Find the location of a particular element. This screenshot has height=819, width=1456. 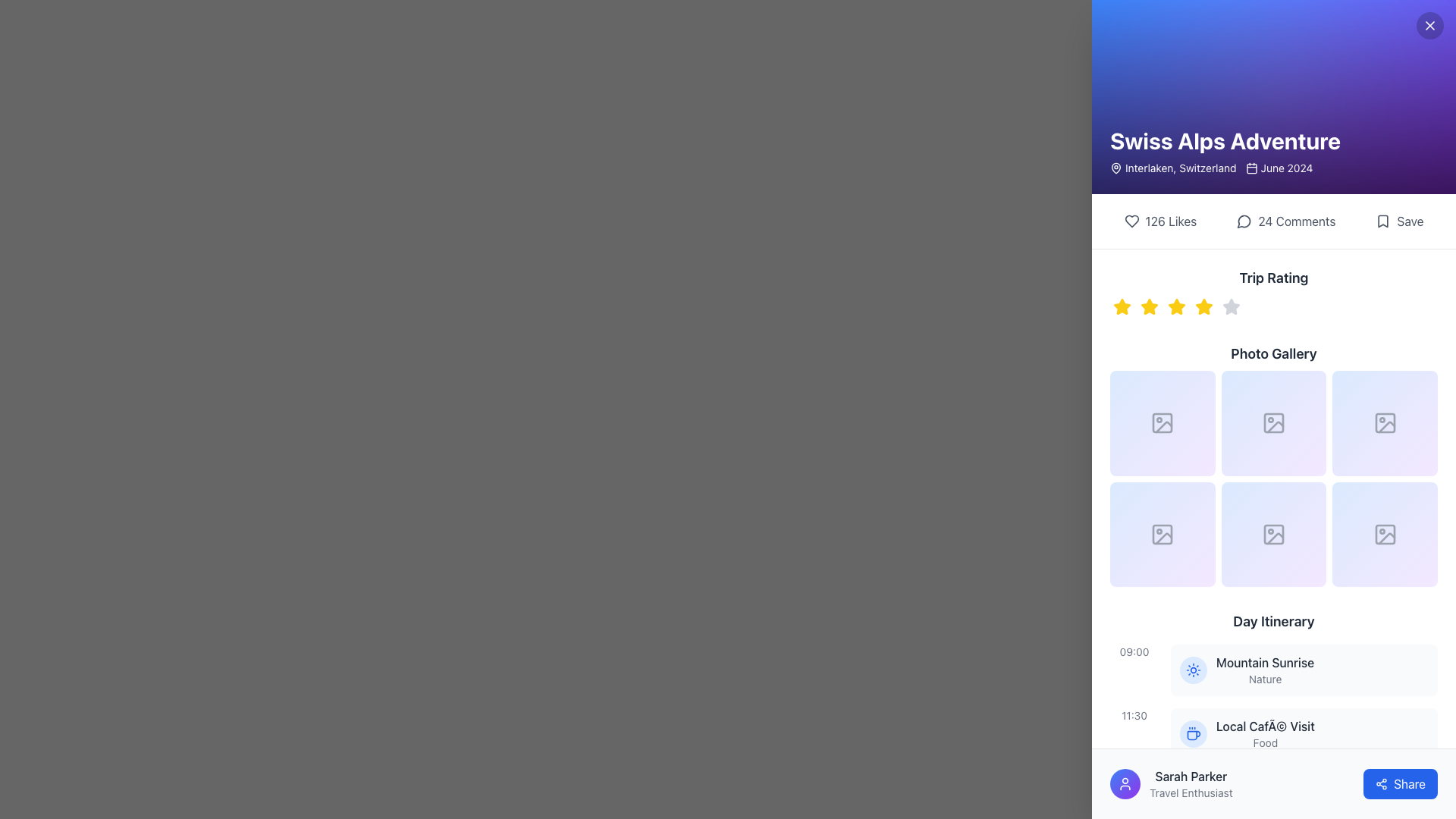

the visual icon component, which serves as an image placeholder in the photo gallery grid is located at coordinates (1274, 423).